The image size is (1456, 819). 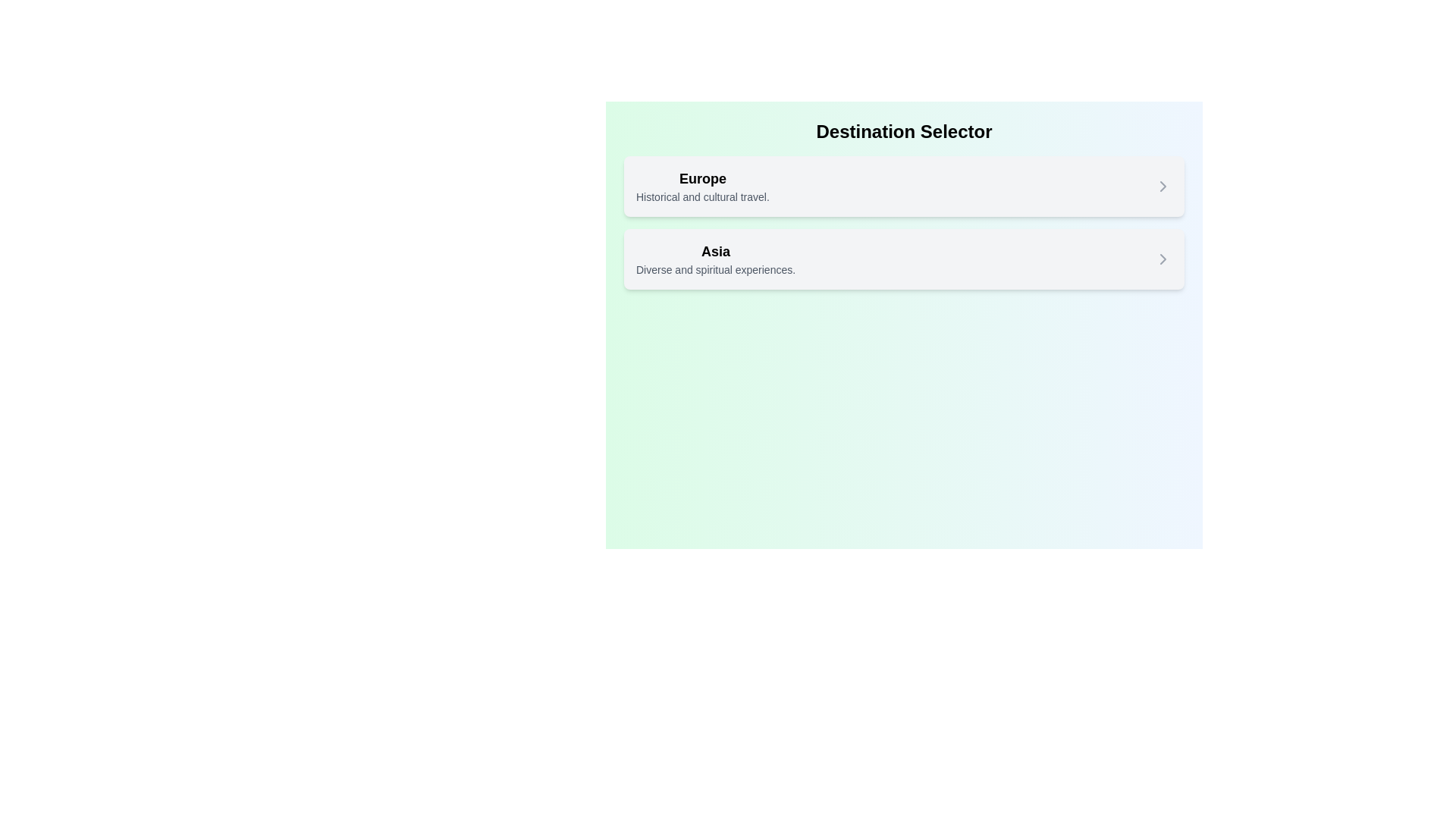 What do you see at coordinates (1163, 186) in the screenshot?
I see `the chevron icon located at the right end of the 'Europe Historical and cultural travel' card, which indicates that the card is interactive and allows navigation to a related page` at bounding box center [1163, 186].